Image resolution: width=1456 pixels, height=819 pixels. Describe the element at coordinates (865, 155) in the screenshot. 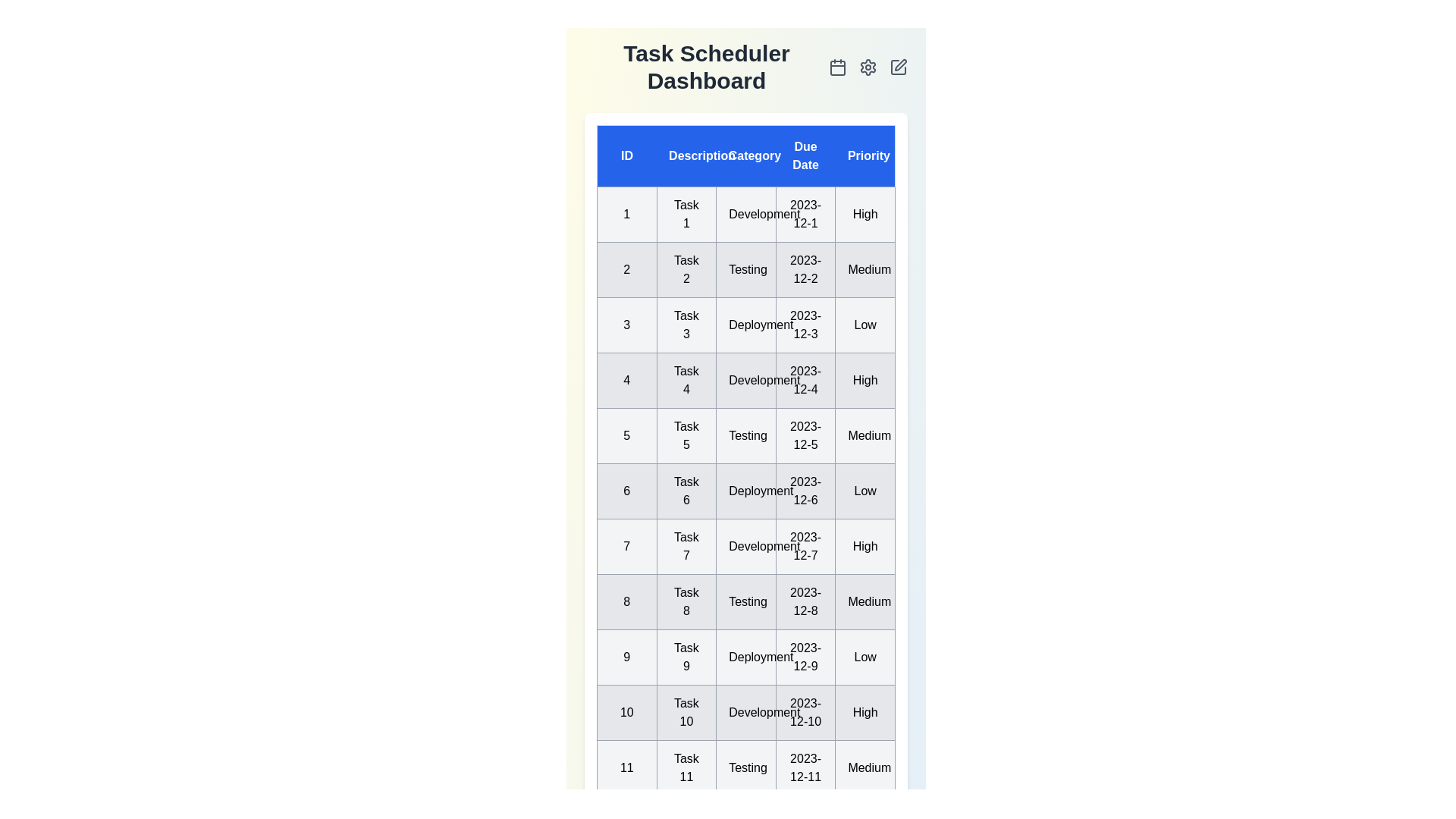

I see `the 'Priority' column in the task table` at that location.